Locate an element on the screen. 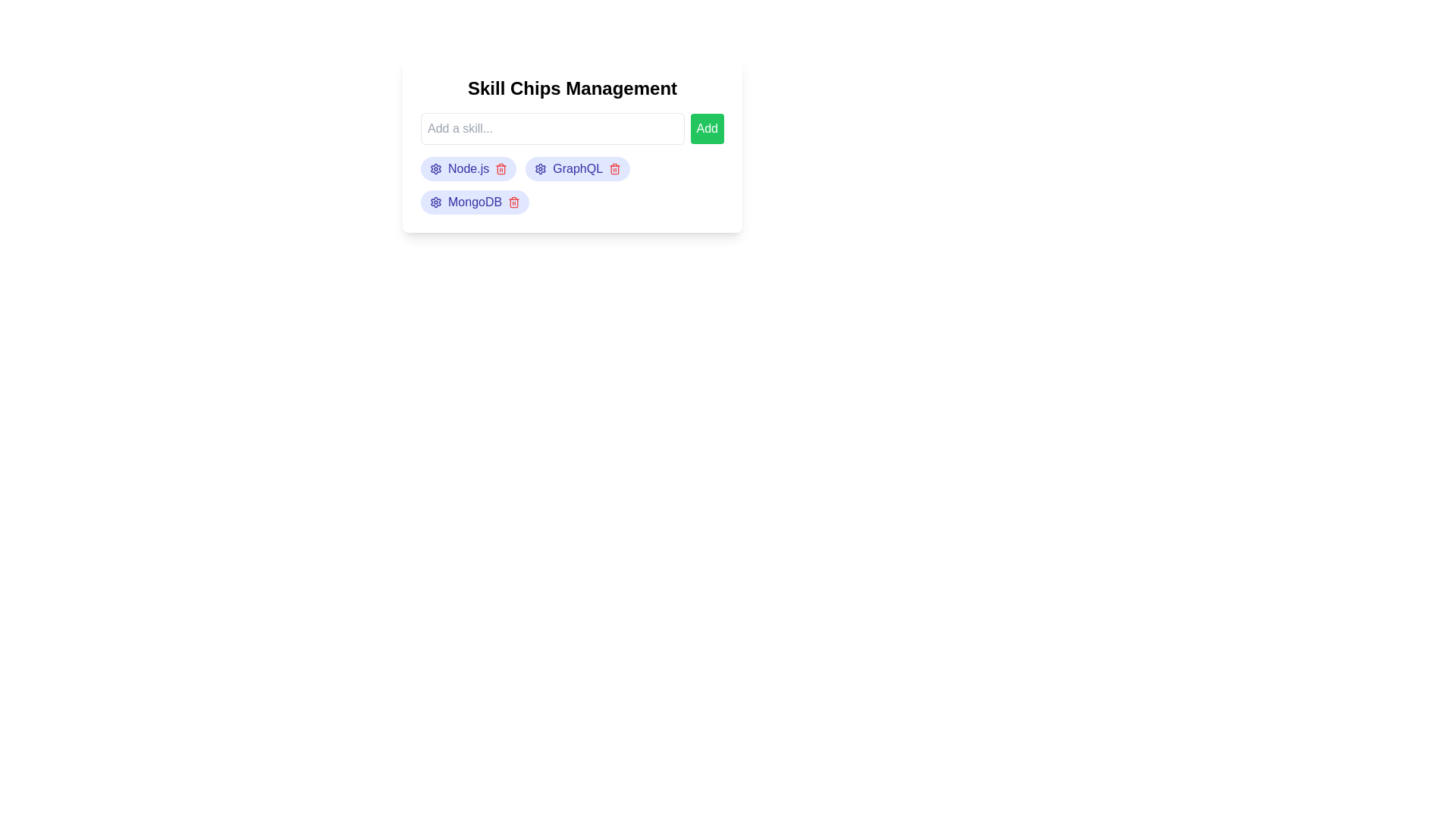 The image size is (1456, 819). the settings icon of the chip labeled Node.js is located at coordinates (435, 169).